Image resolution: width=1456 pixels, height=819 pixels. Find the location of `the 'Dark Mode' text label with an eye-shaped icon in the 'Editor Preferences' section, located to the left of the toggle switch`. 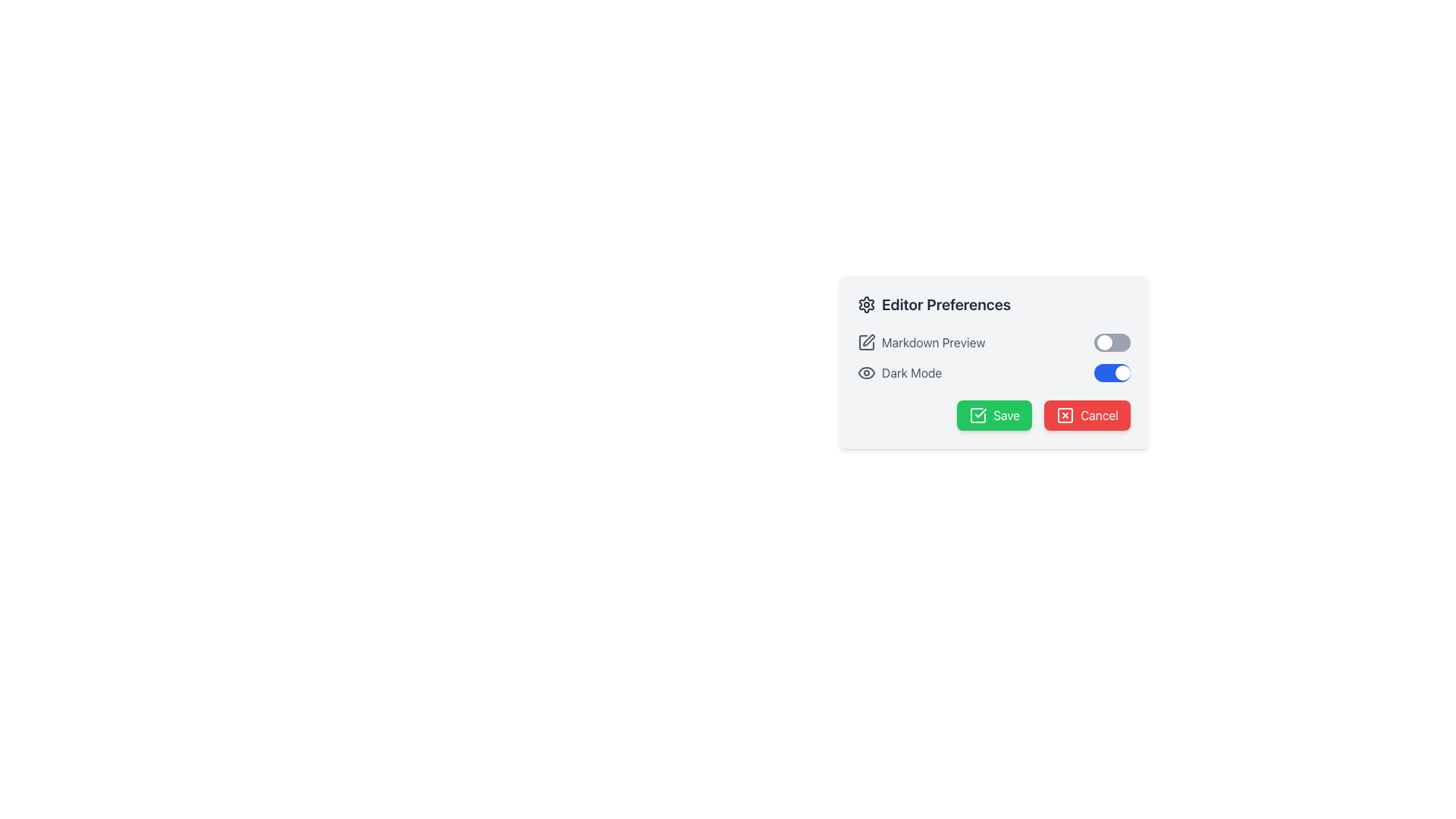

the 'Dark Mode' text label with an eye-shaped icon in the 'Editor Preferences' section, located to the left of the toggle switch is located at coordinates (899, 373).